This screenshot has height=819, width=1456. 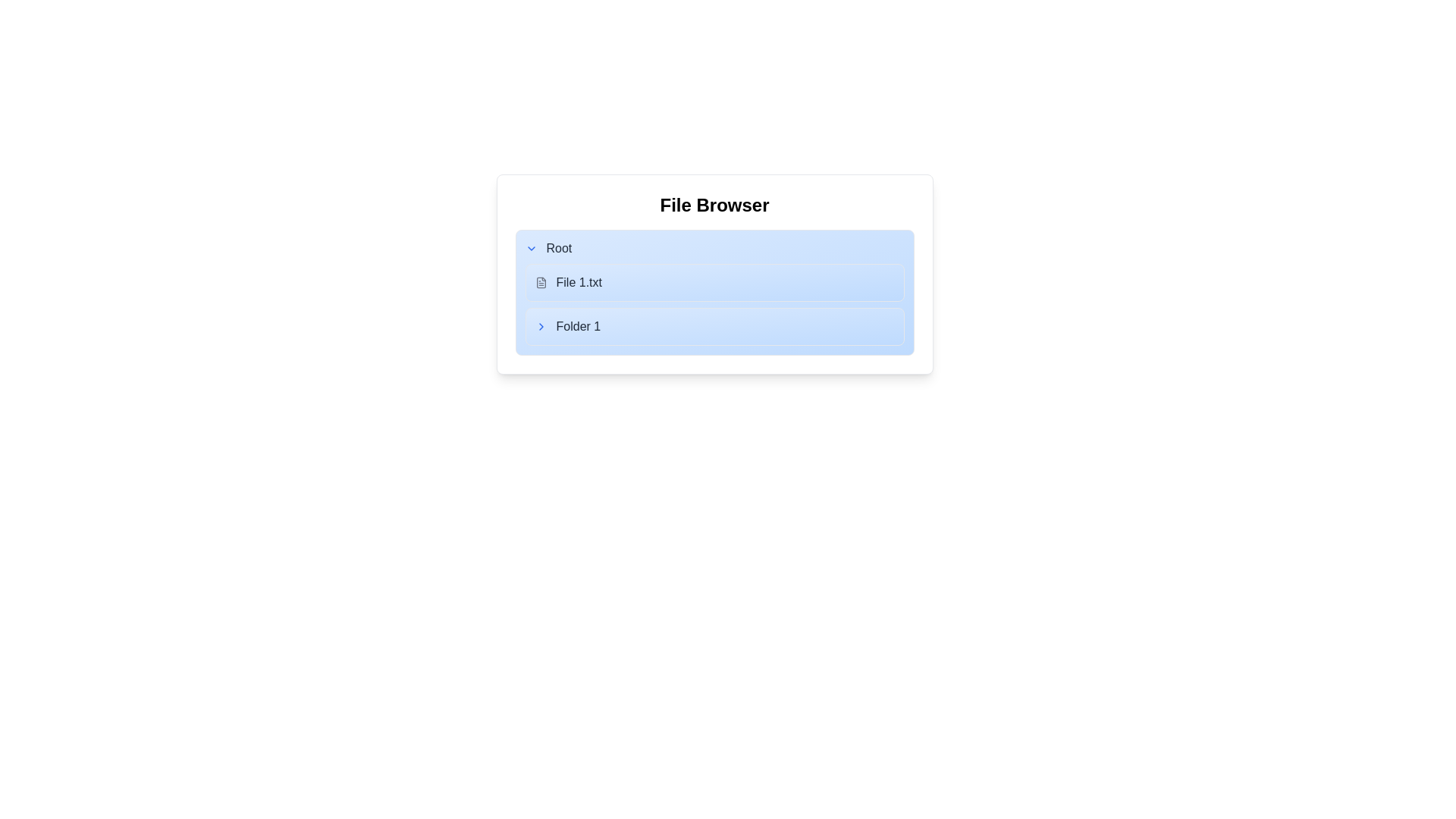 What do you see at coordinates (541, 326) in the screenshot?
I see `the chevron icon located to the left of the 'Folder 1' label` at bounding box center [541, 326].